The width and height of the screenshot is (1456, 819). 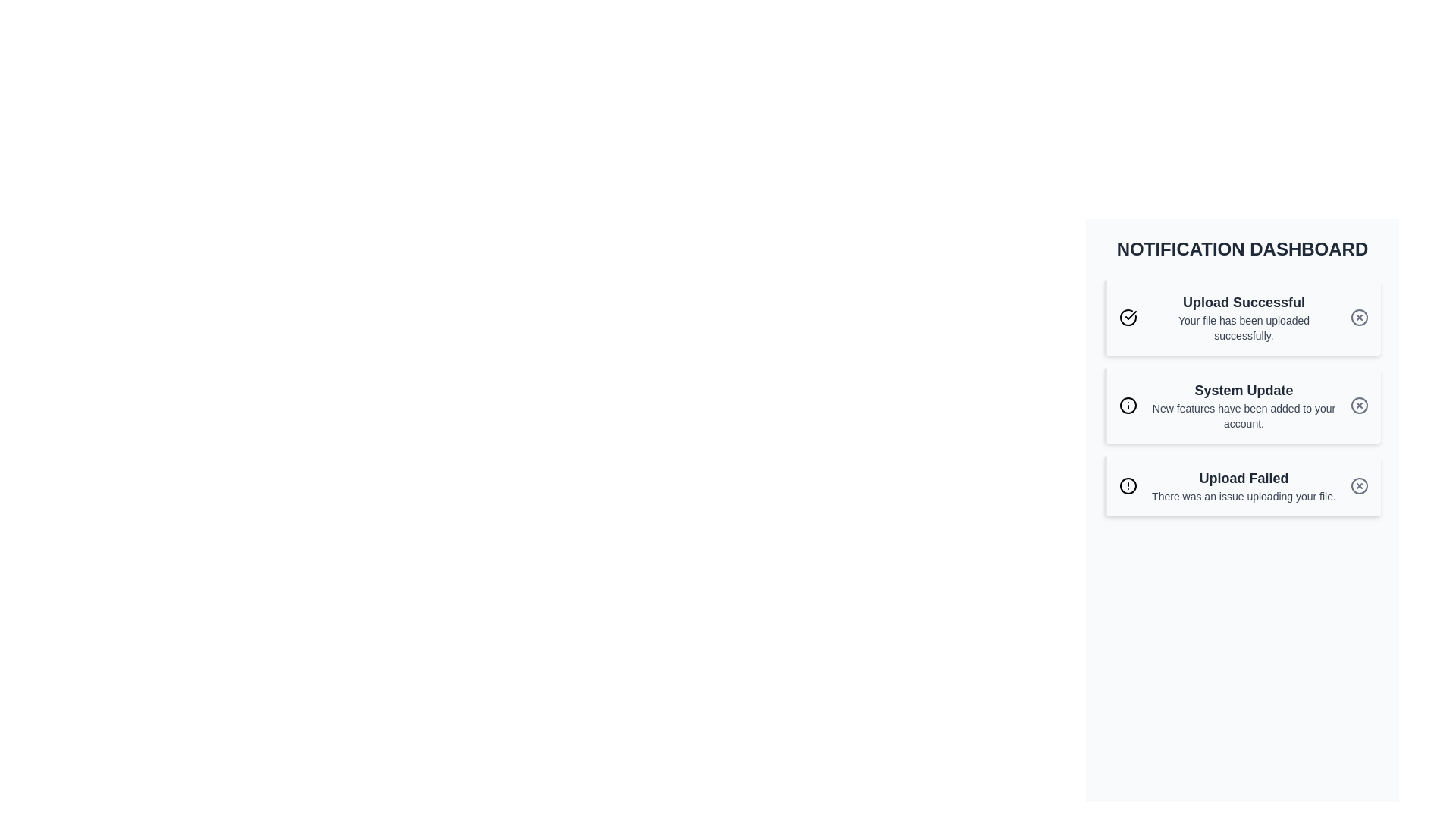 I want to click on the title text in the third notification block that summarizes a failed upload event, so click(x=1244, y=479).